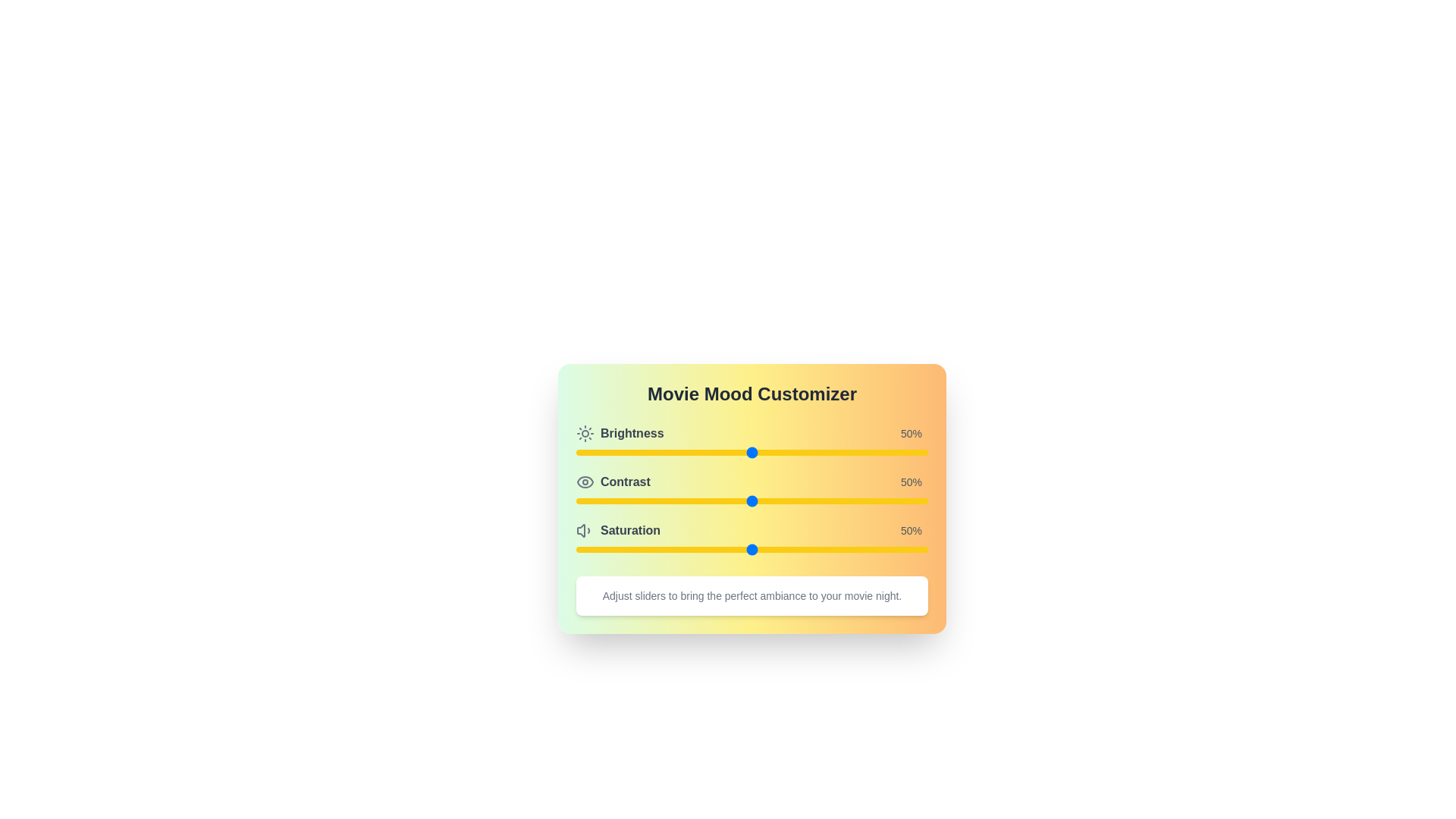 The width and height of the screenshot is (1456, 819). Describe the element at coordinates (910, 529) in the screenshot. I see `the Text Display showing '50%' in gray font, located to the right of the 'Saturation' slider in the movie mood customizer section` at that location.